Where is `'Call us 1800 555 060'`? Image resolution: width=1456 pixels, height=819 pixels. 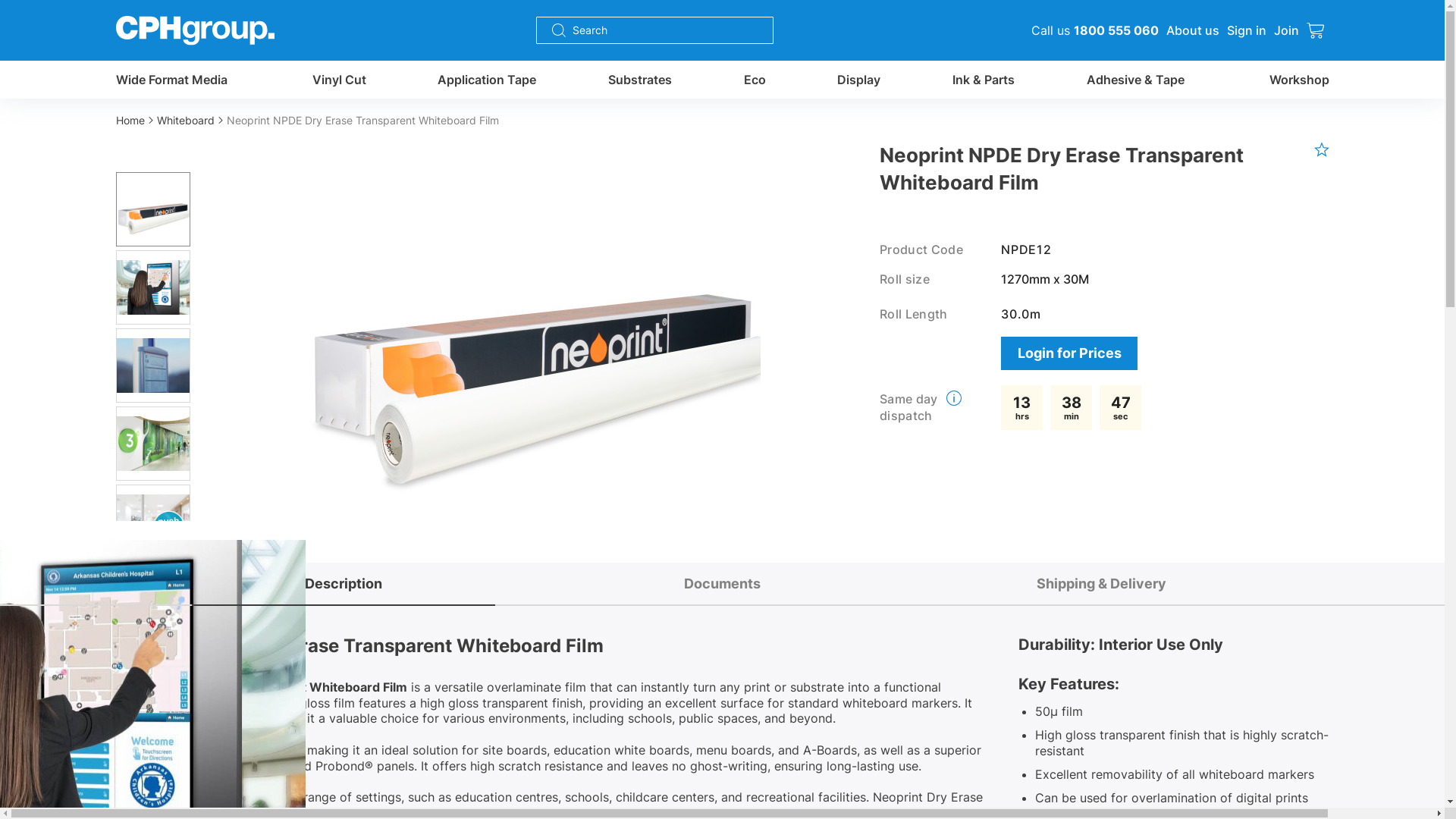 'Call us 1800 555 060' is located at coordinates (1031, 30).